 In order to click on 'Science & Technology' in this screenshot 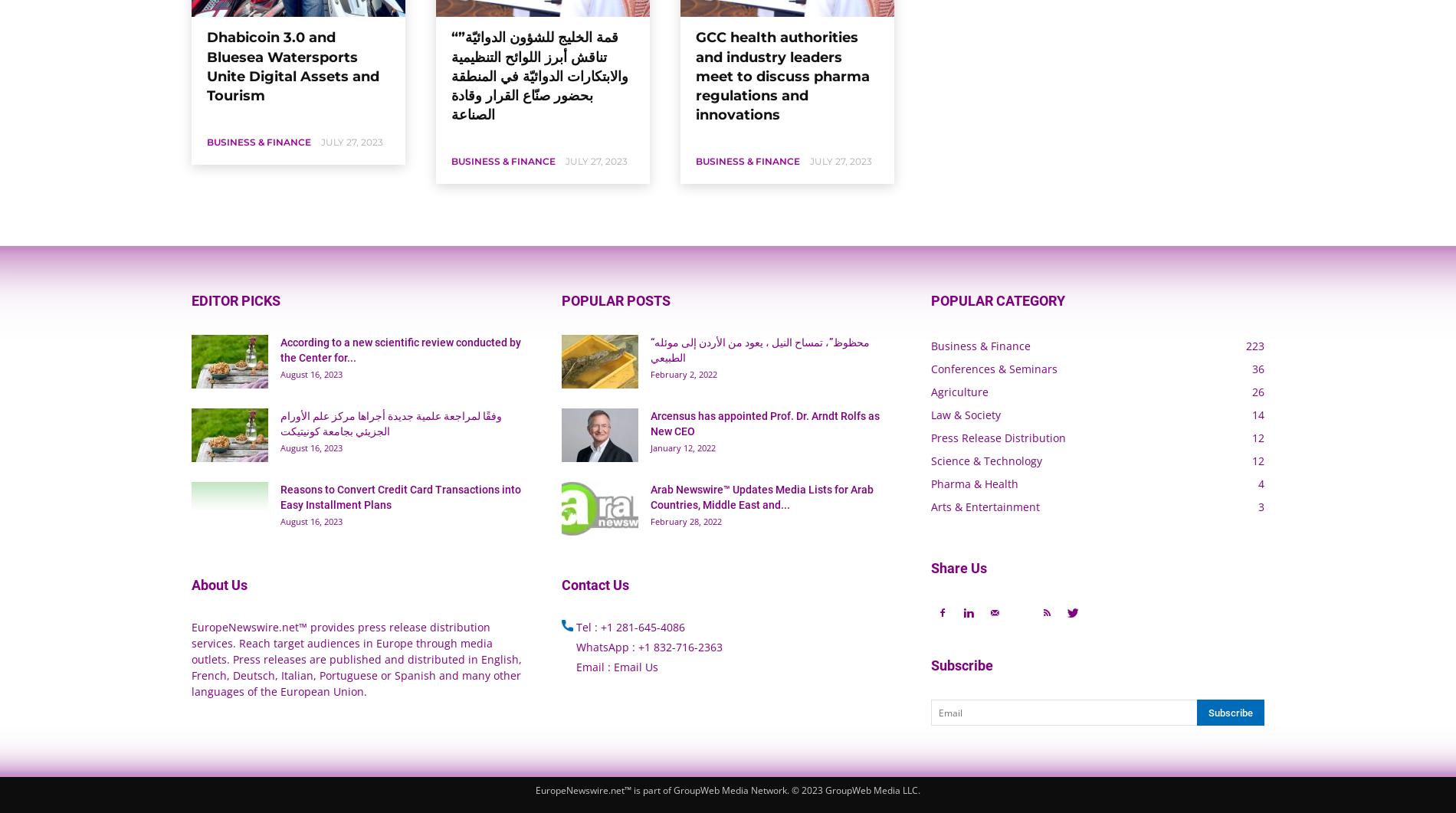, I will do `click(985, 460)`.